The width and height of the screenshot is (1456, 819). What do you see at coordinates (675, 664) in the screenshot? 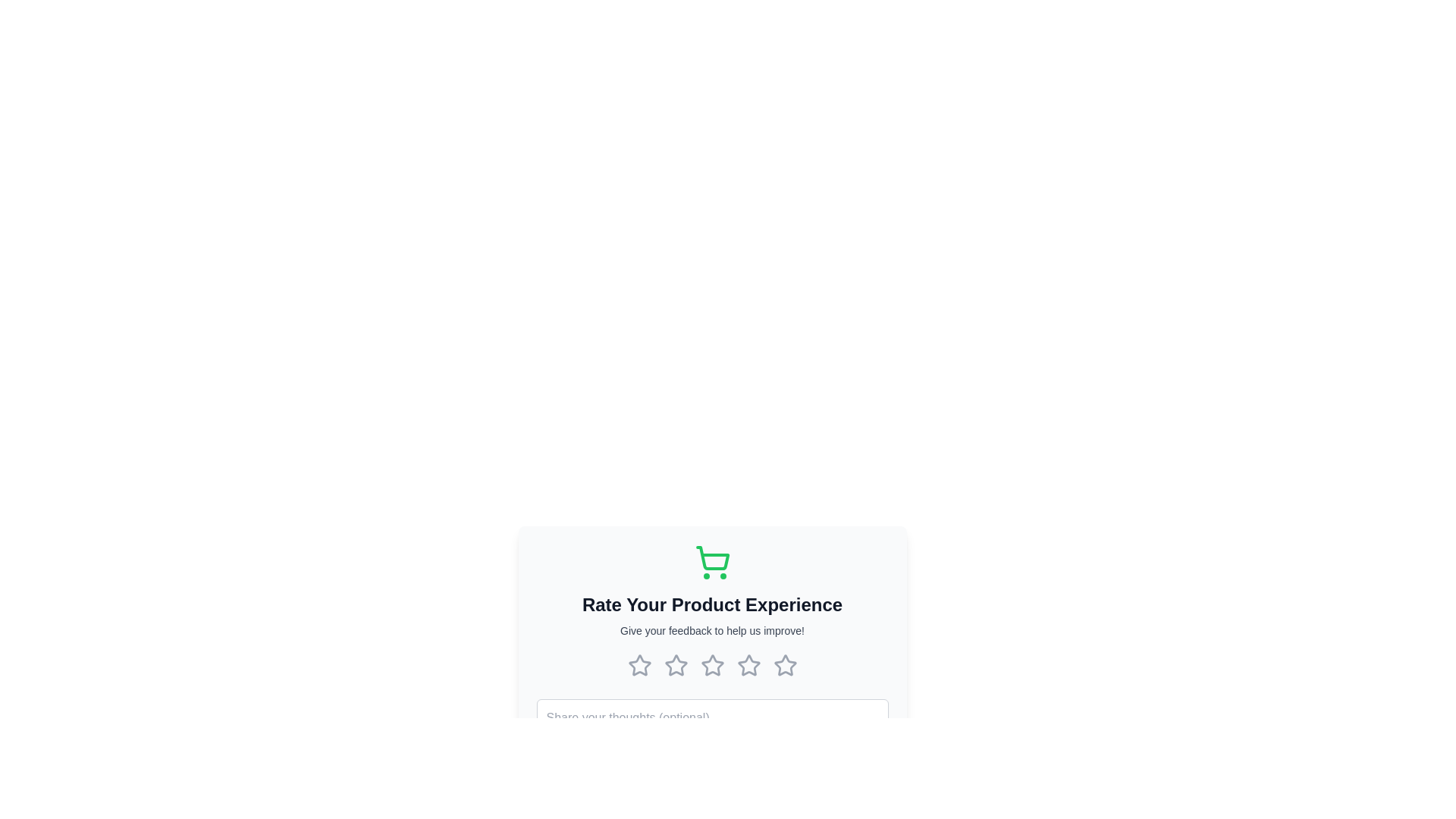
I see `the second star icon in the five-star rating system located beneath the rating prompt` at bounding box center [675, 664].